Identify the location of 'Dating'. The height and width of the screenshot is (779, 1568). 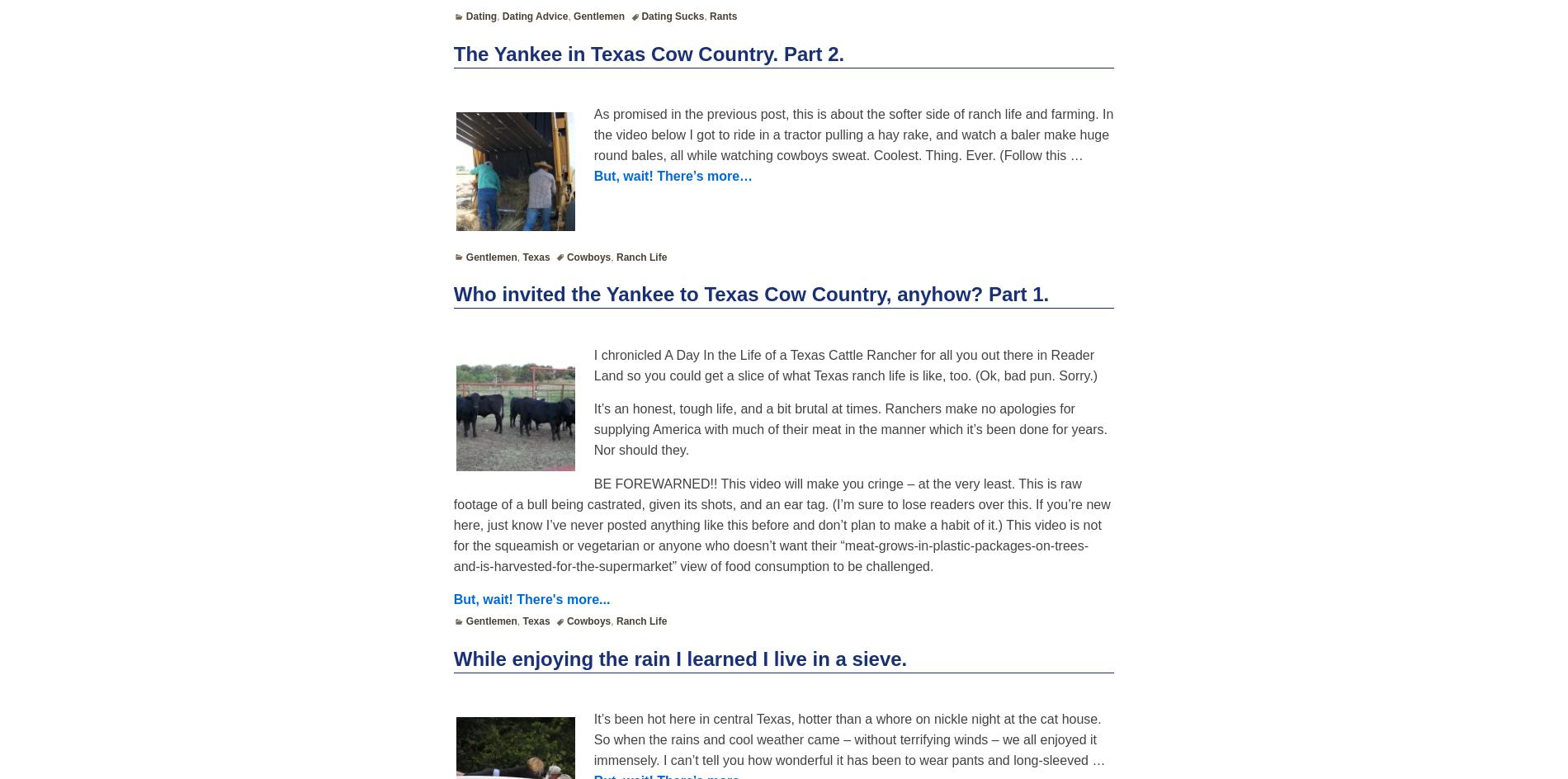
(480, 17).